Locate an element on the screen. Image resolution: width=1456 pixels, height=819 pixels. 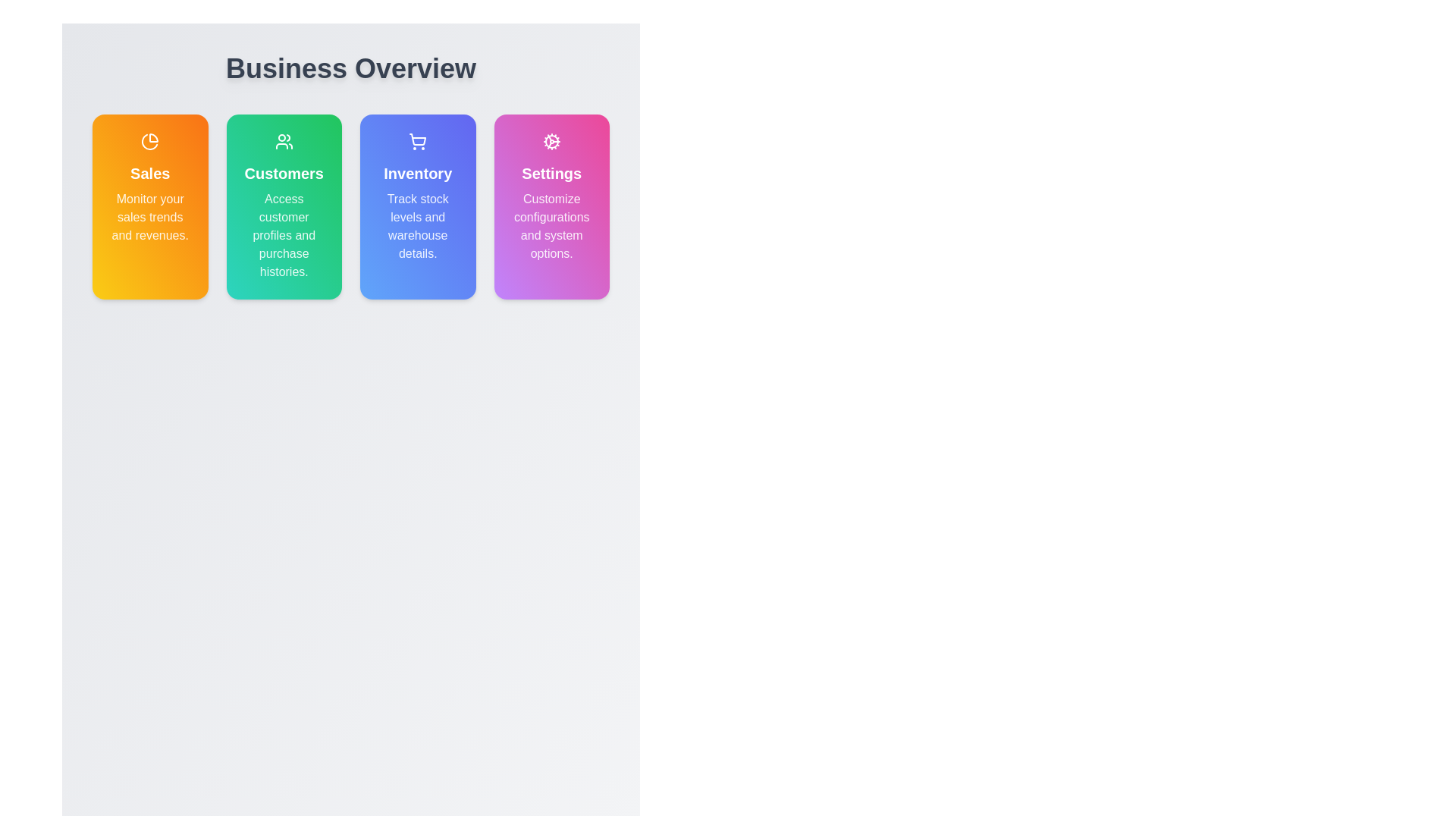
the 'Customers' informational card, which has a gradient background, rounded corners, and contains the text 'Customers' in bold white font is located at coordinates (284, 207).